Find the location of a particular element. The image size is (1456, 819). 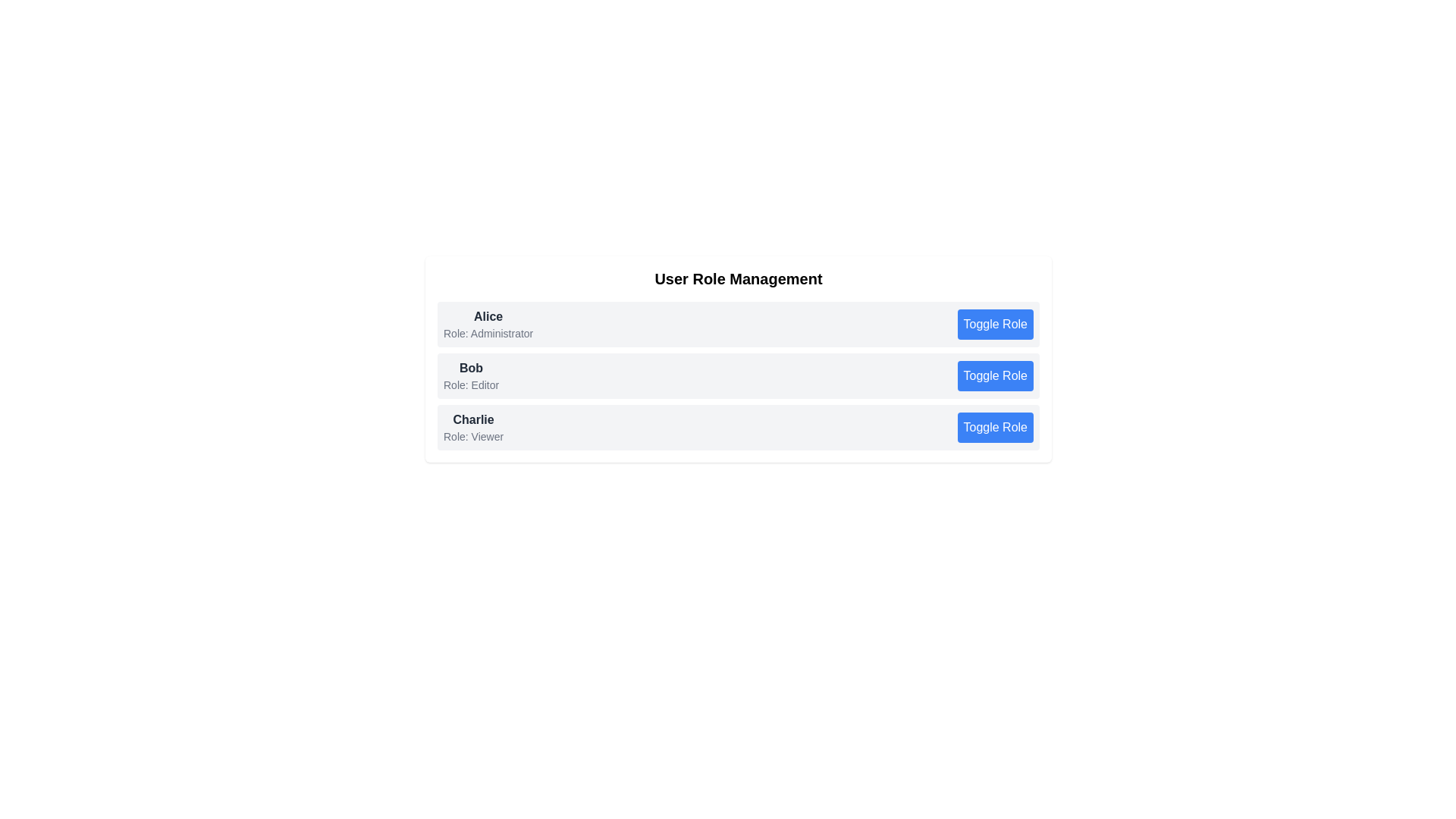

the 'Toggle Role' button, which is a rectangular button with rounded corners, blue background, and white text, located to the right of the entry for 'Bob' in the user list interface, and focus on it using the keyboard is located at coordinates (995, 375).